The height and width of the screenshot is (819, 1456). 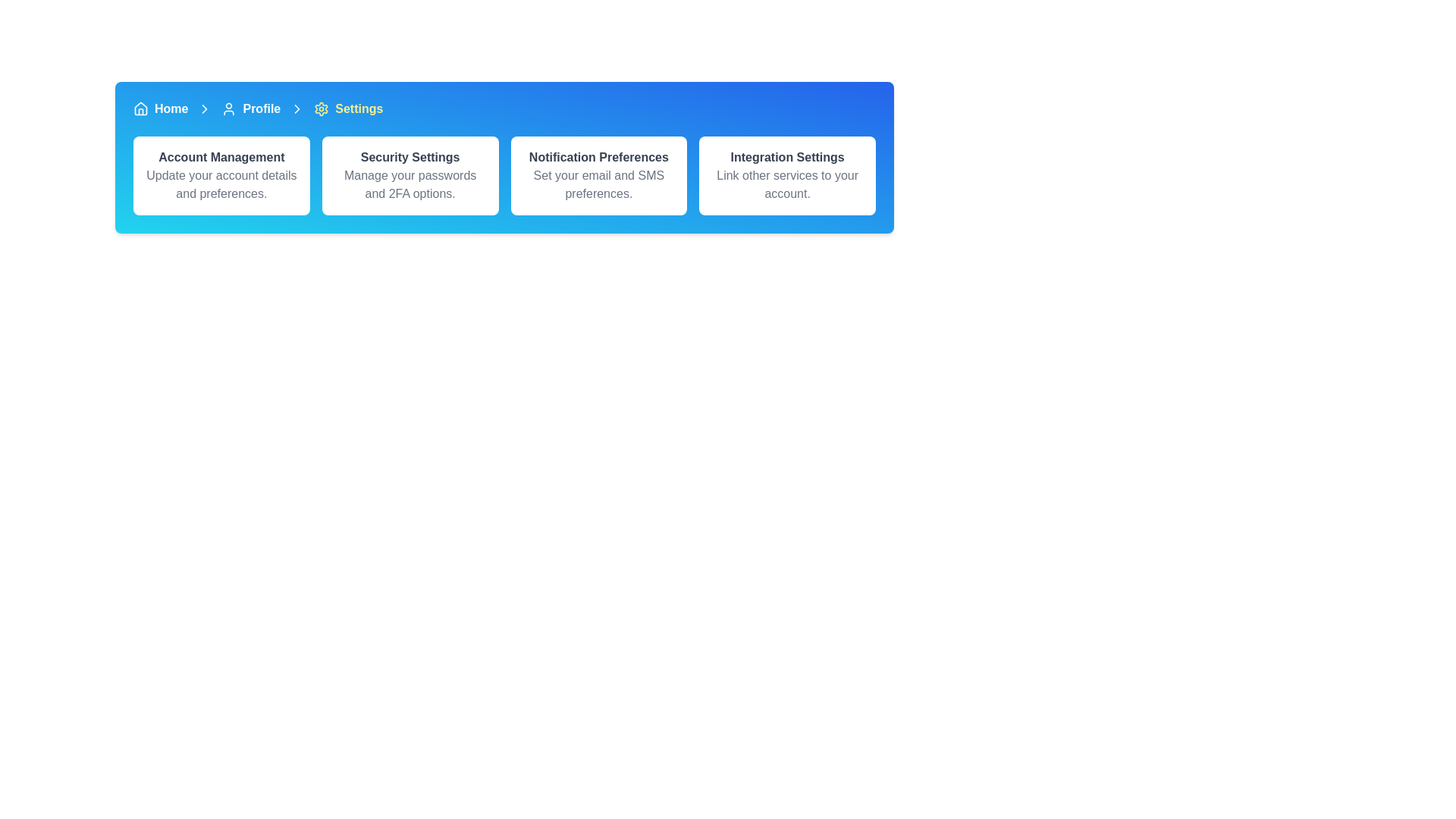 What do you see at coordinates (410, 184) in the screenshot?
I see `the descriptive text block providing information about 'Security Settings', which is the second line of text in a white rounded rectangle card below the header 'Security Settings'` at bounding box center [410, 184].